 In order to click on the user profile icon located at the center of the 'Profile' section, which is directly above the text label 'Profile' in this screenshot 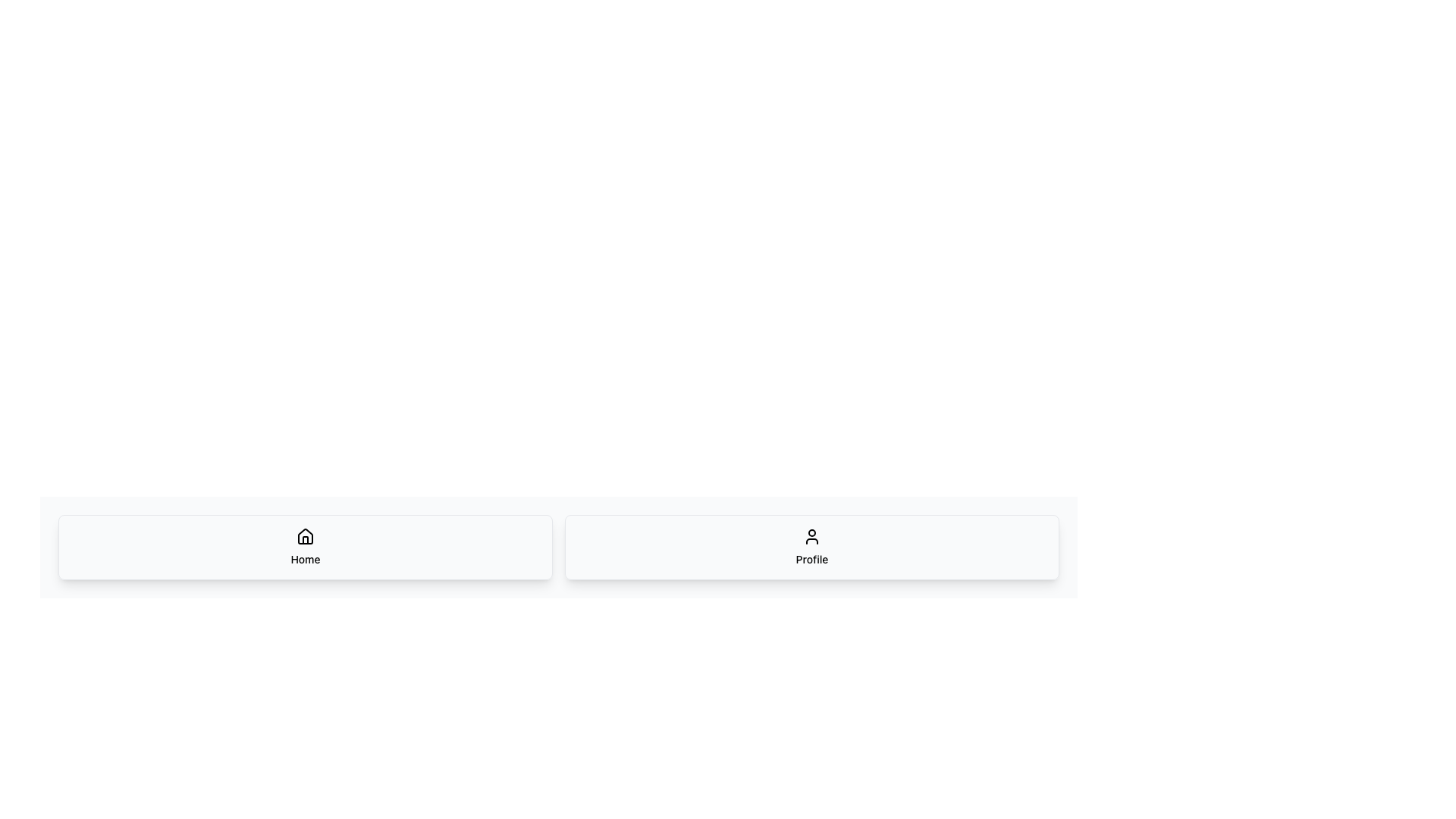, I will do `click(811, 536)`.